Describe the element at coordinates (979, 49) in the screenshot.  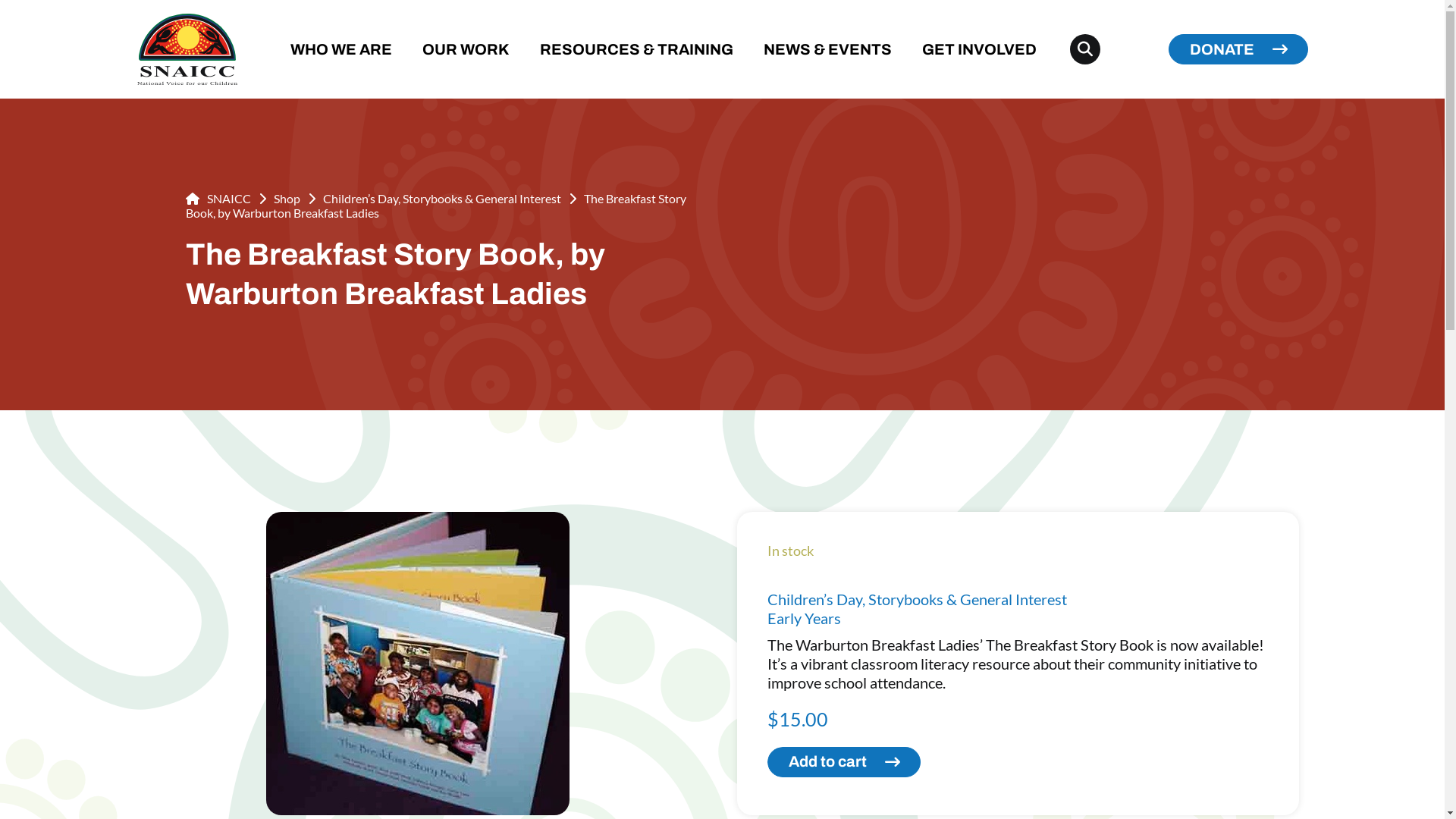
I see `'GET INVOLVED'` at that location.